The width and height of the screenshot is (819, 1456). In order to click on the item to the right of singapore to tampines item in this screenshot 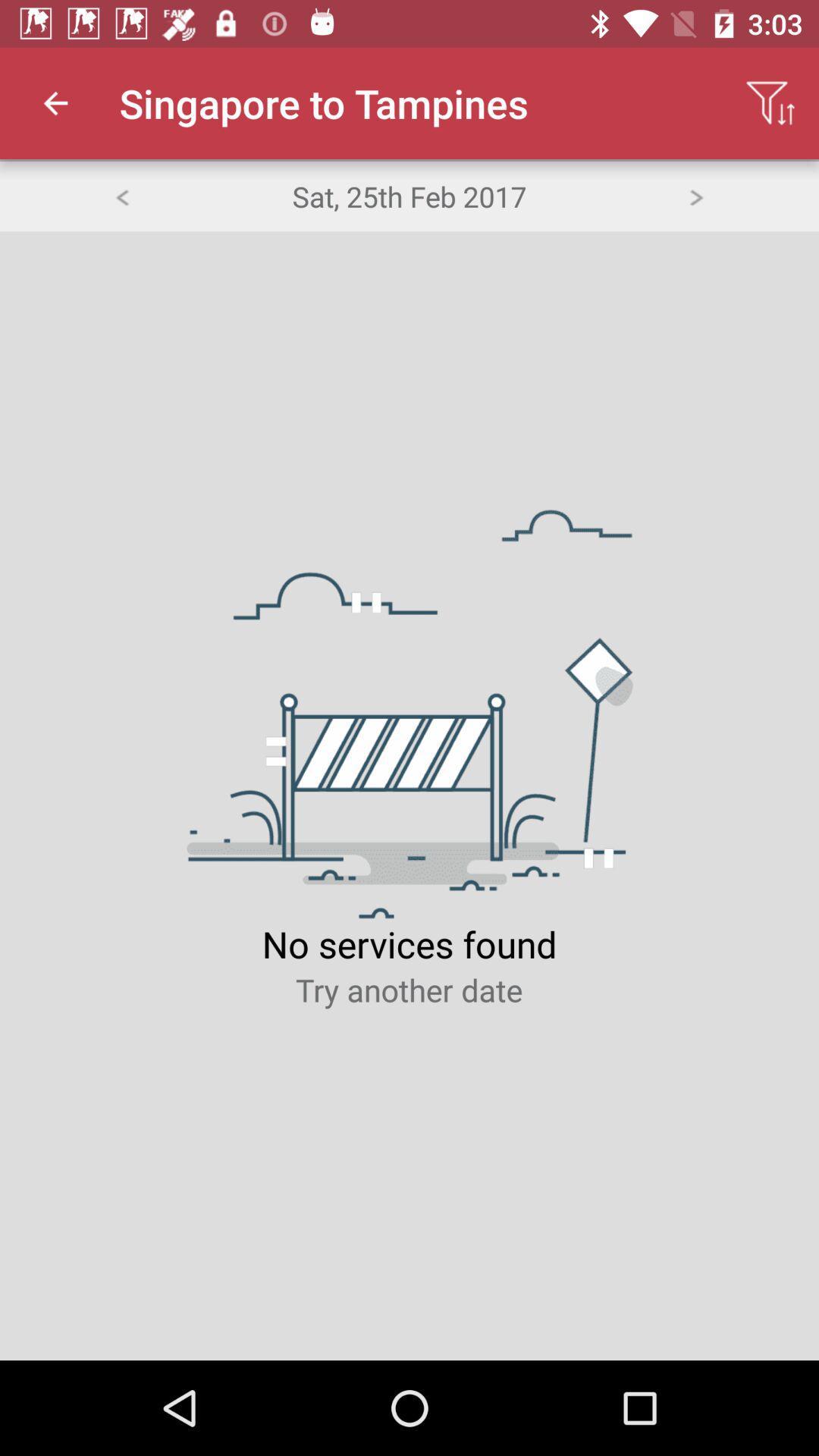, I will do `click(770, 102)`.